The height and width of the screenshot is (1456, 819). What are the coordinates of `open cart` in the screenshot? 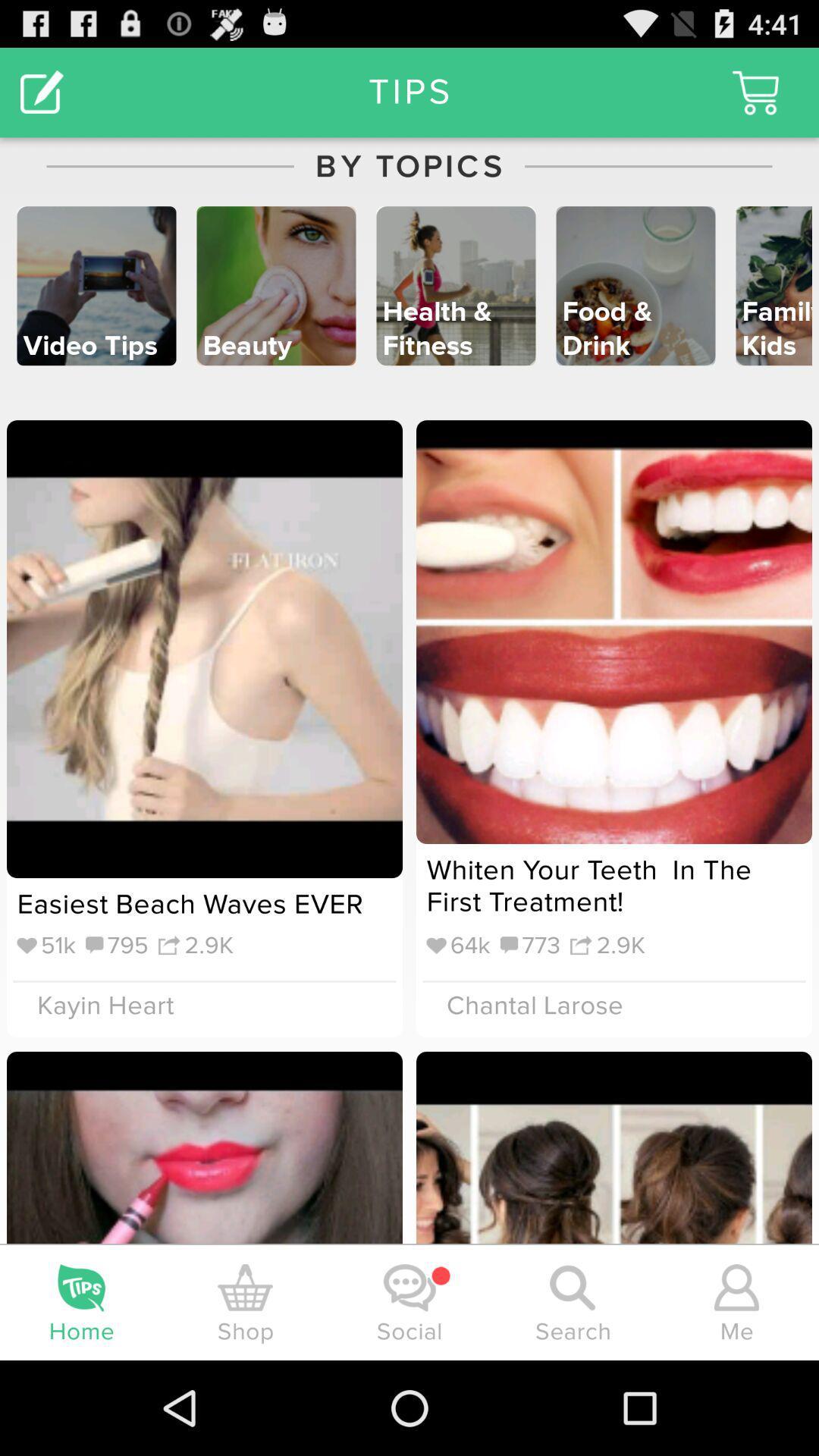 It's located at (755, 92).